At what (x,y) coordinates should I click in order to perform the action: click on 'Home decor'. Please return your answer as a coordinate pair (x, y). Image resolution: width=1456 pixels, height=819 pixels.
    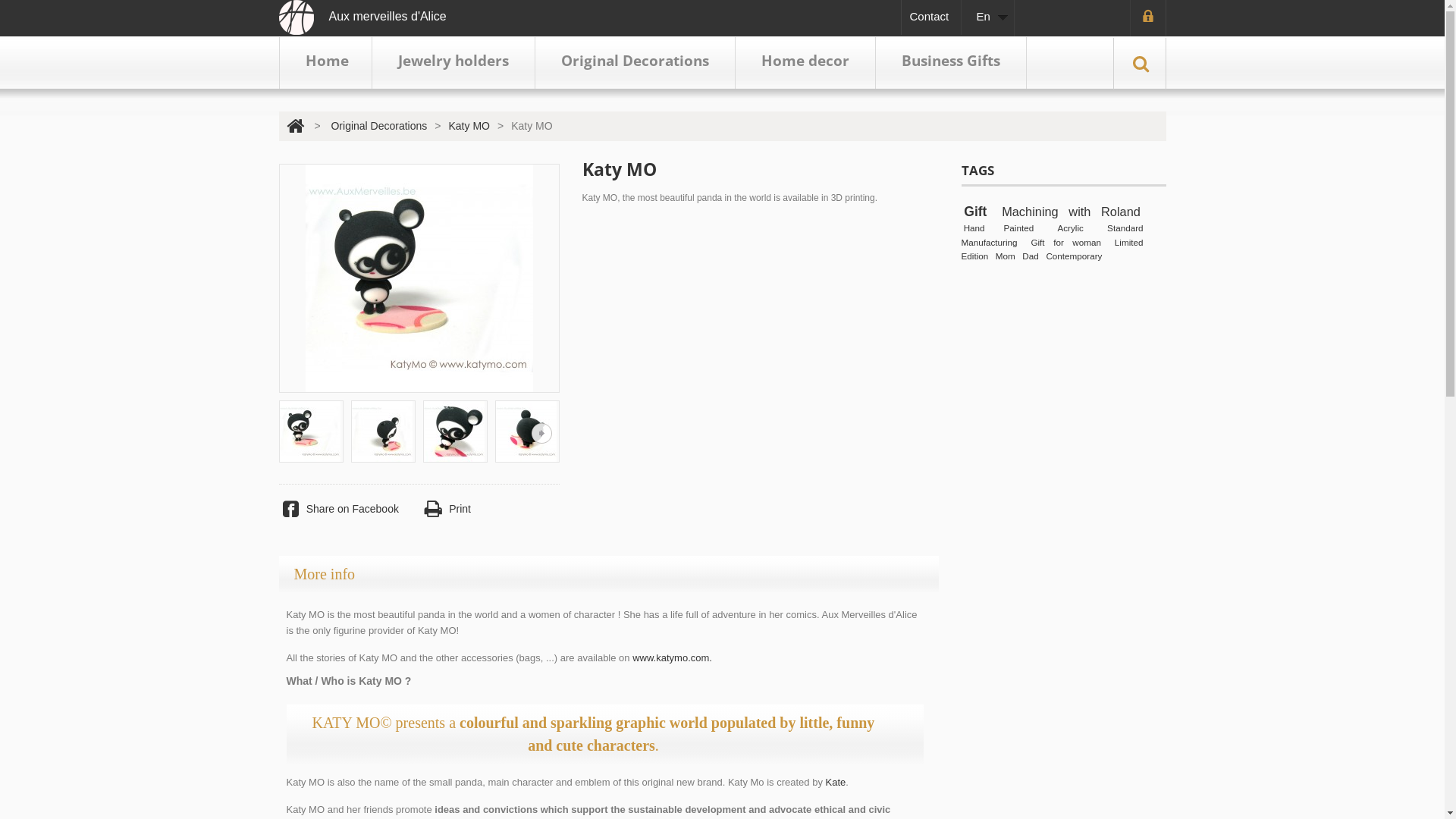
    Looking at the image, I should click on (804, 62).